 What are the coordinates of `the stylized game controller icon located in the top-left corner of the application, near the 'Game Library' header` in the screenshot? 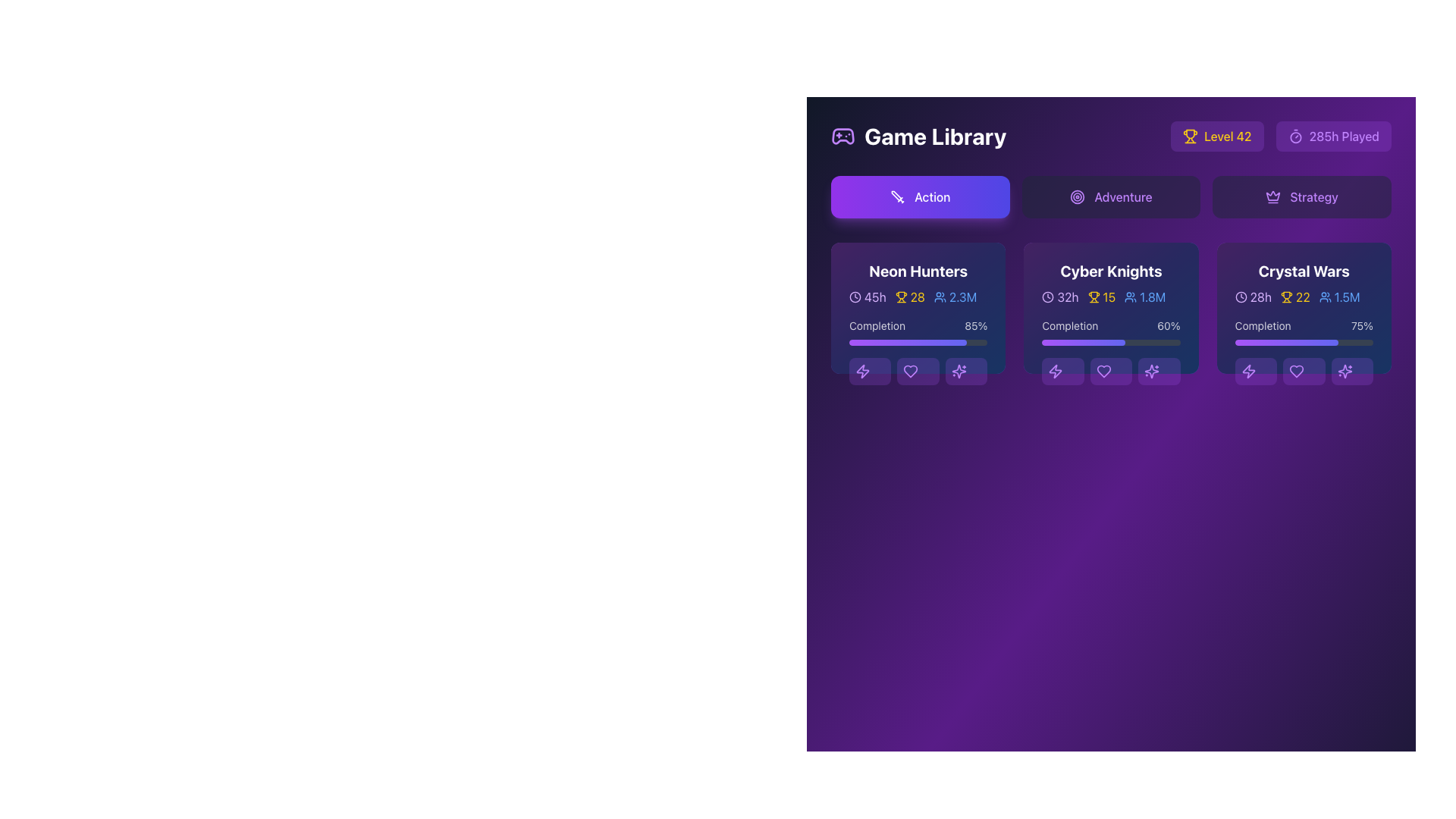 It's located at (843, 136).